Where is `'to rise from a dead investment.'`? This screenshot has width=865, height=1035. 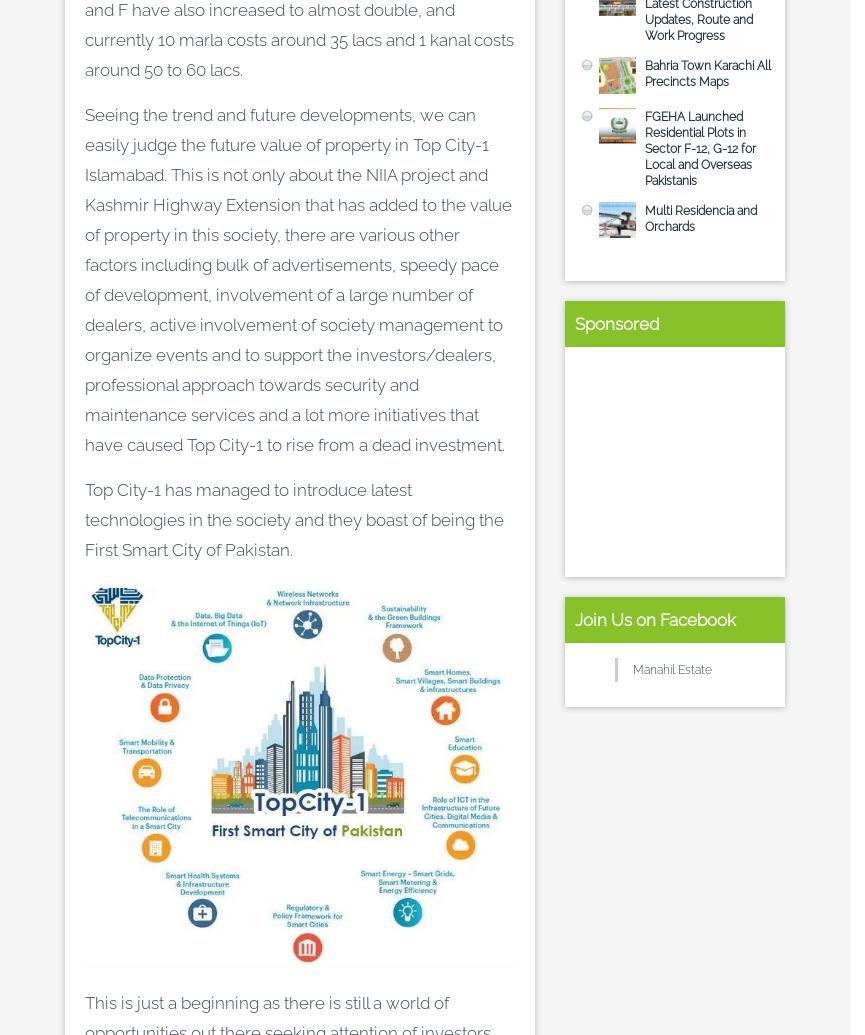 'to rise from a dead investment.' is located at coordinates (383, 444).